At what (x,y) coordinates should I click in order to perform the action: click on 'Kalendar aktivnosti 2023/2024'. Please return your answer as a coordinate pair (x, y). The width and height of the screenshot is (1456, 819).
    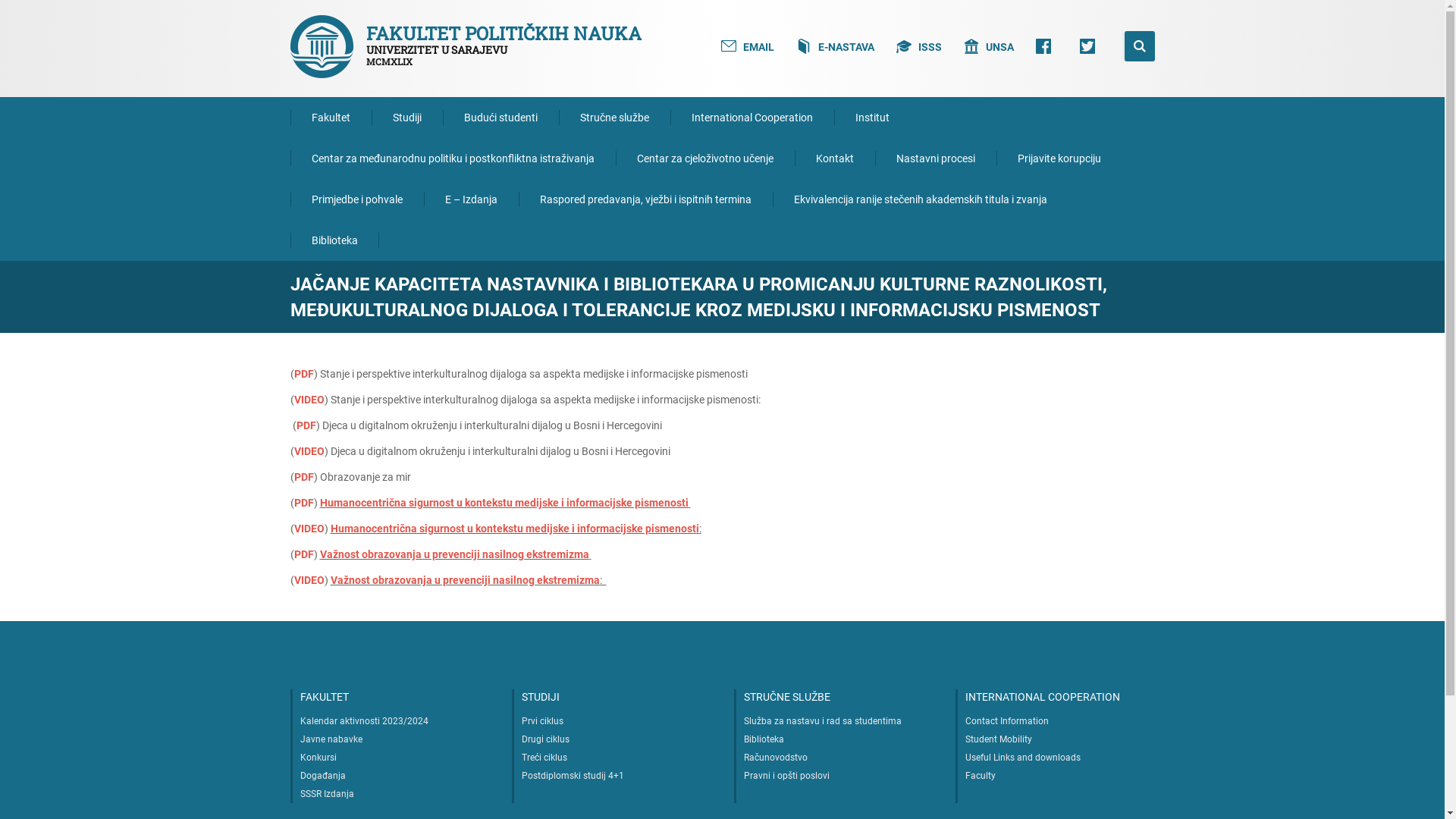
    Looking at the image, I should click on (300, 720).